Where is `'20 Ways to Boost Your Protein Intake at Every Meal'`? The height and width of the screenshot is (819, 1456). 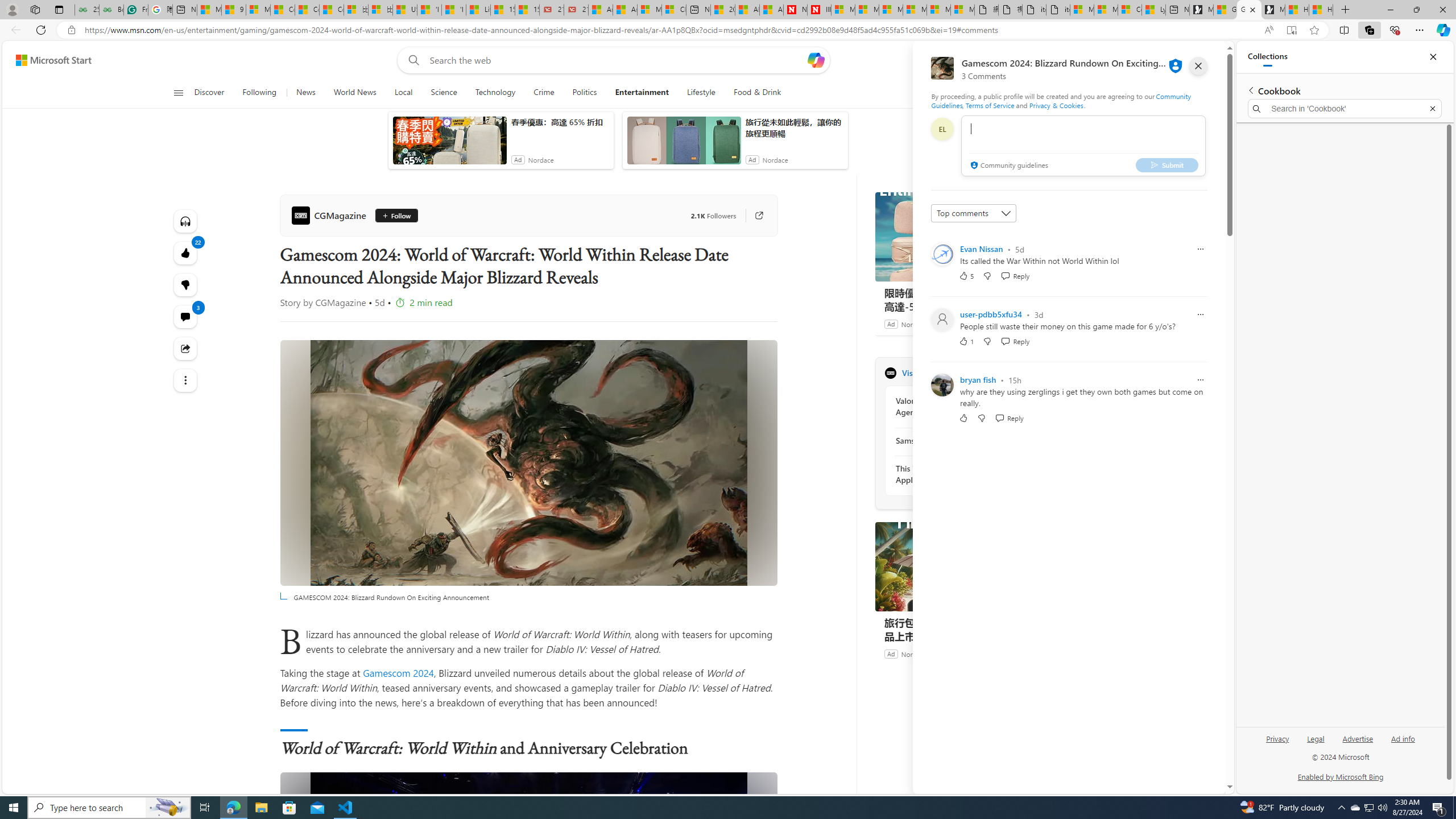 '20 Ways to Boost Your Protein Intake at Every Meal' is located at coordinates (723, 9).